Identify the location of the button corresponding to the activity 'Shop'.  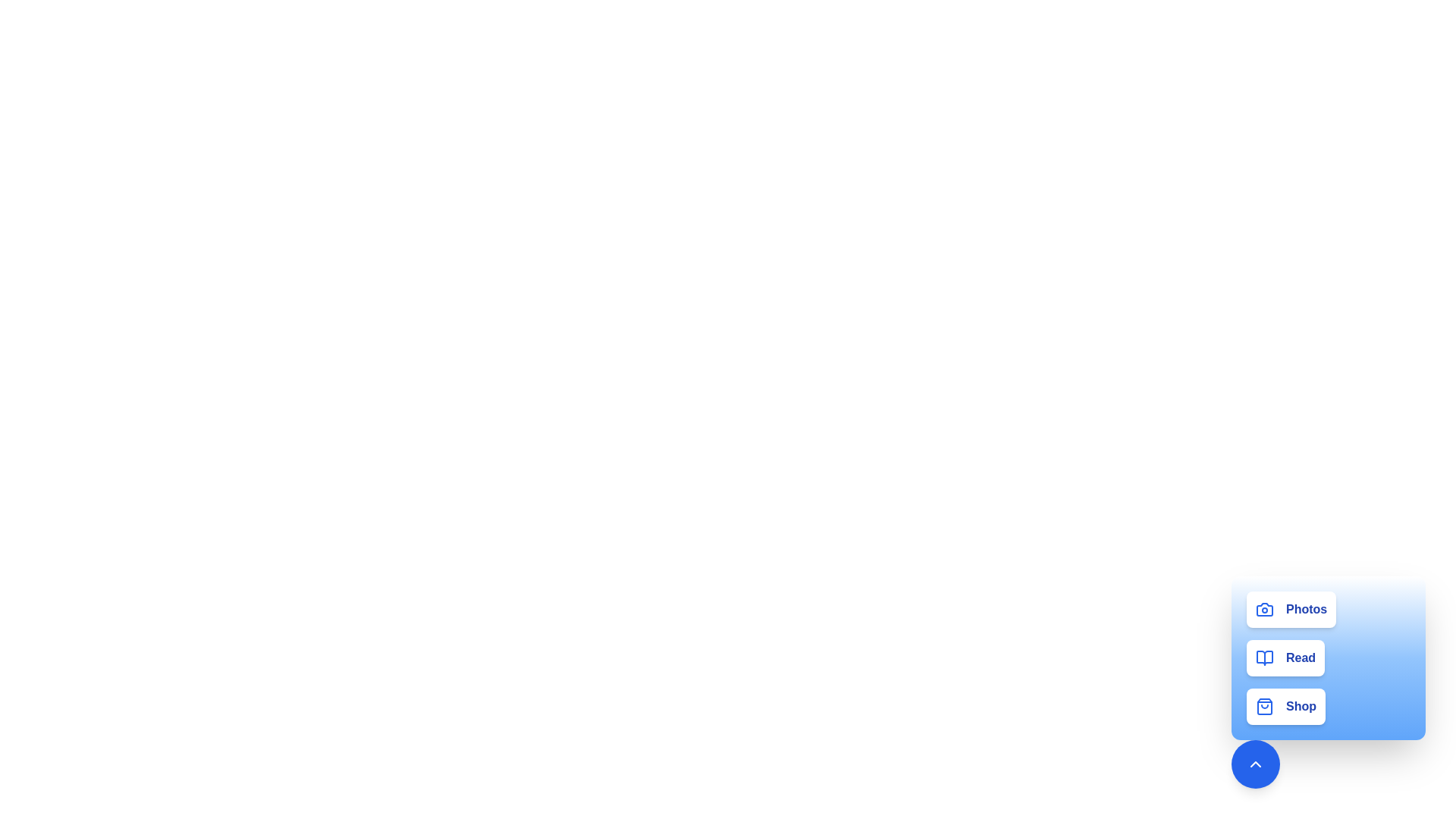
(1285, 707).